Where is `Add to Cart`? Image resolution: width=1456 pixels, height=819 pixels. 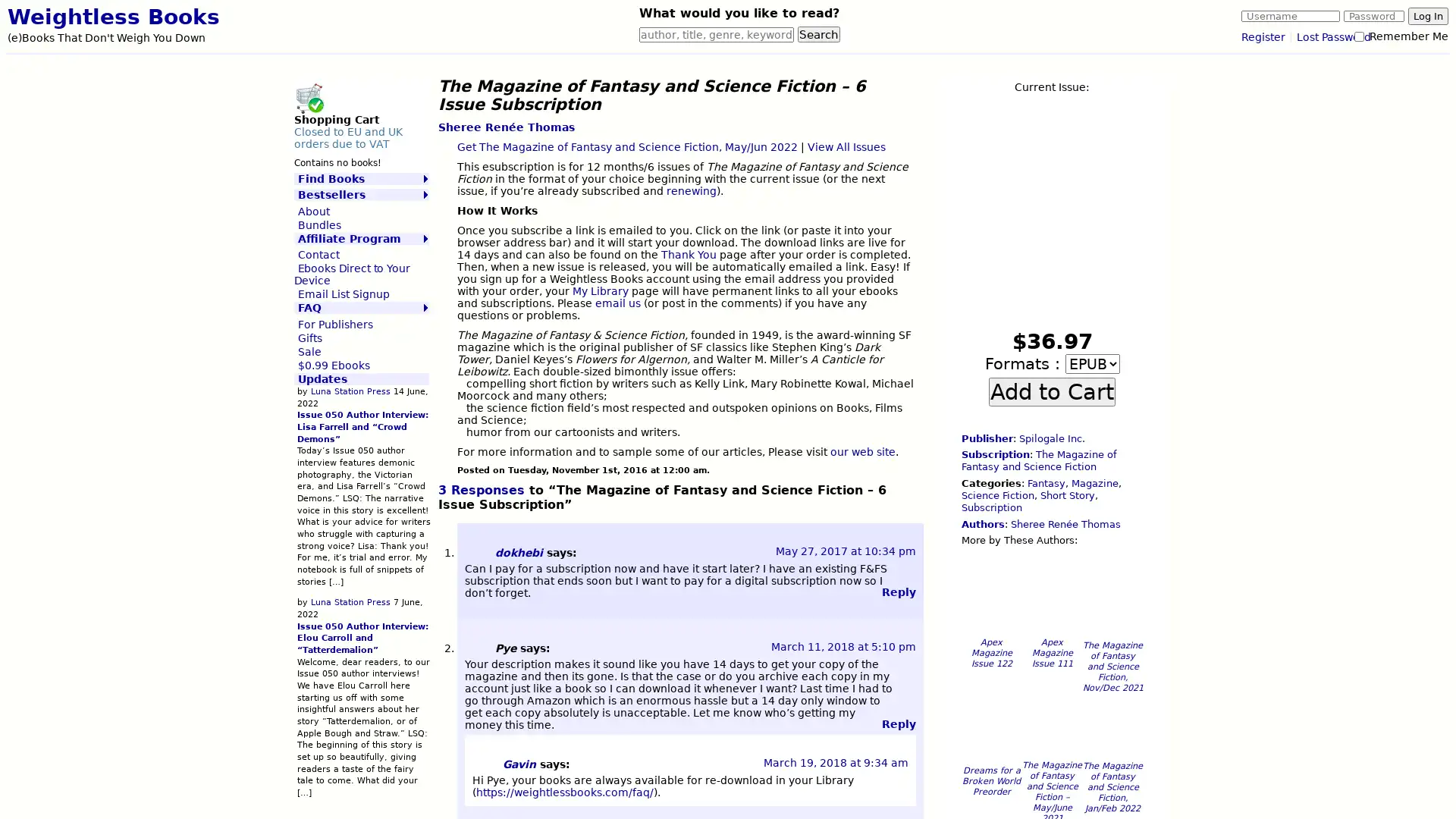 Add to Cart is located at coordinates (1051, 391).